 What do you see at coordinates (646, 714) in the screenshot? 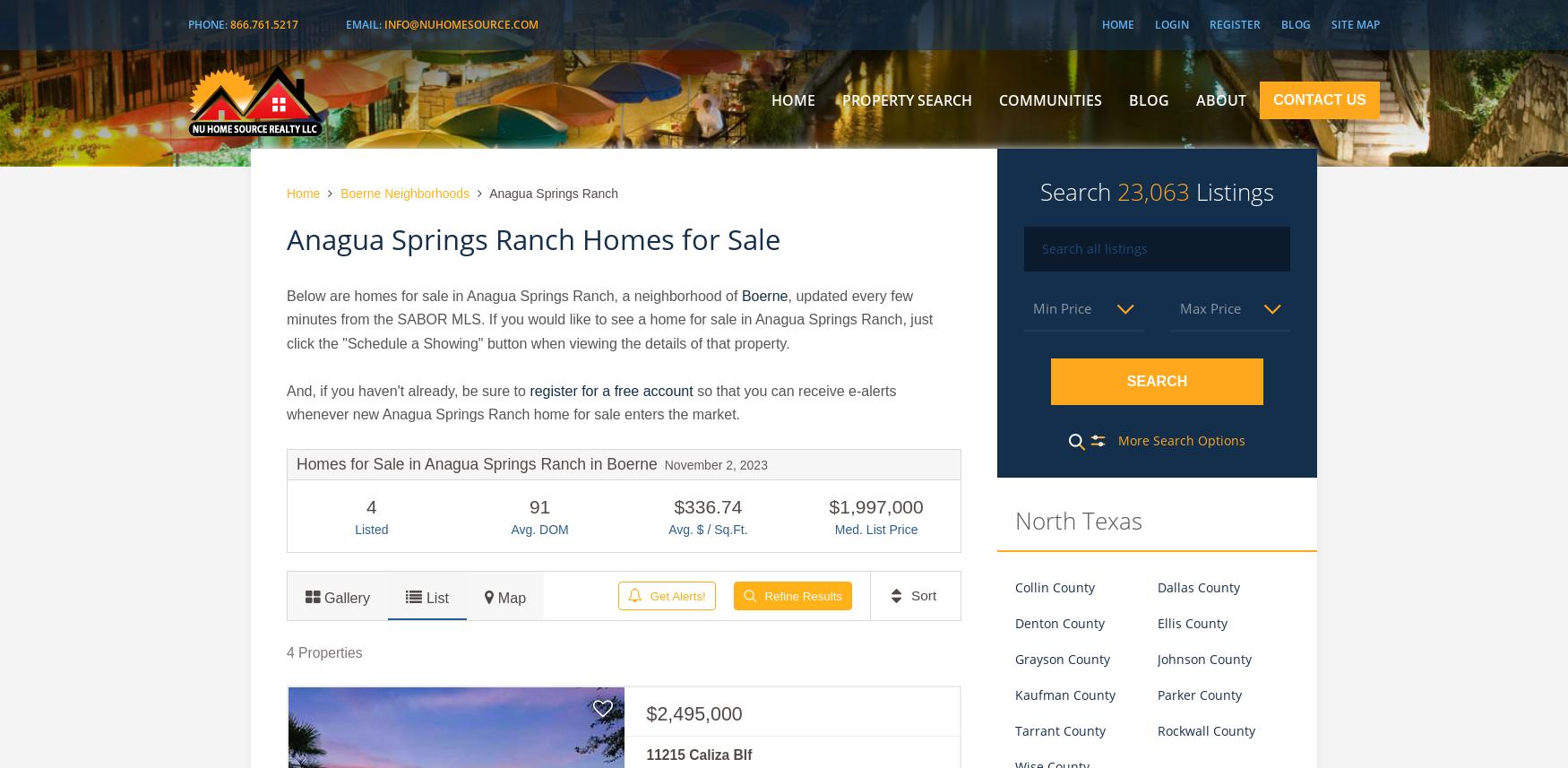
I see `'$2,495,000'` at bounding box center [646, 714].